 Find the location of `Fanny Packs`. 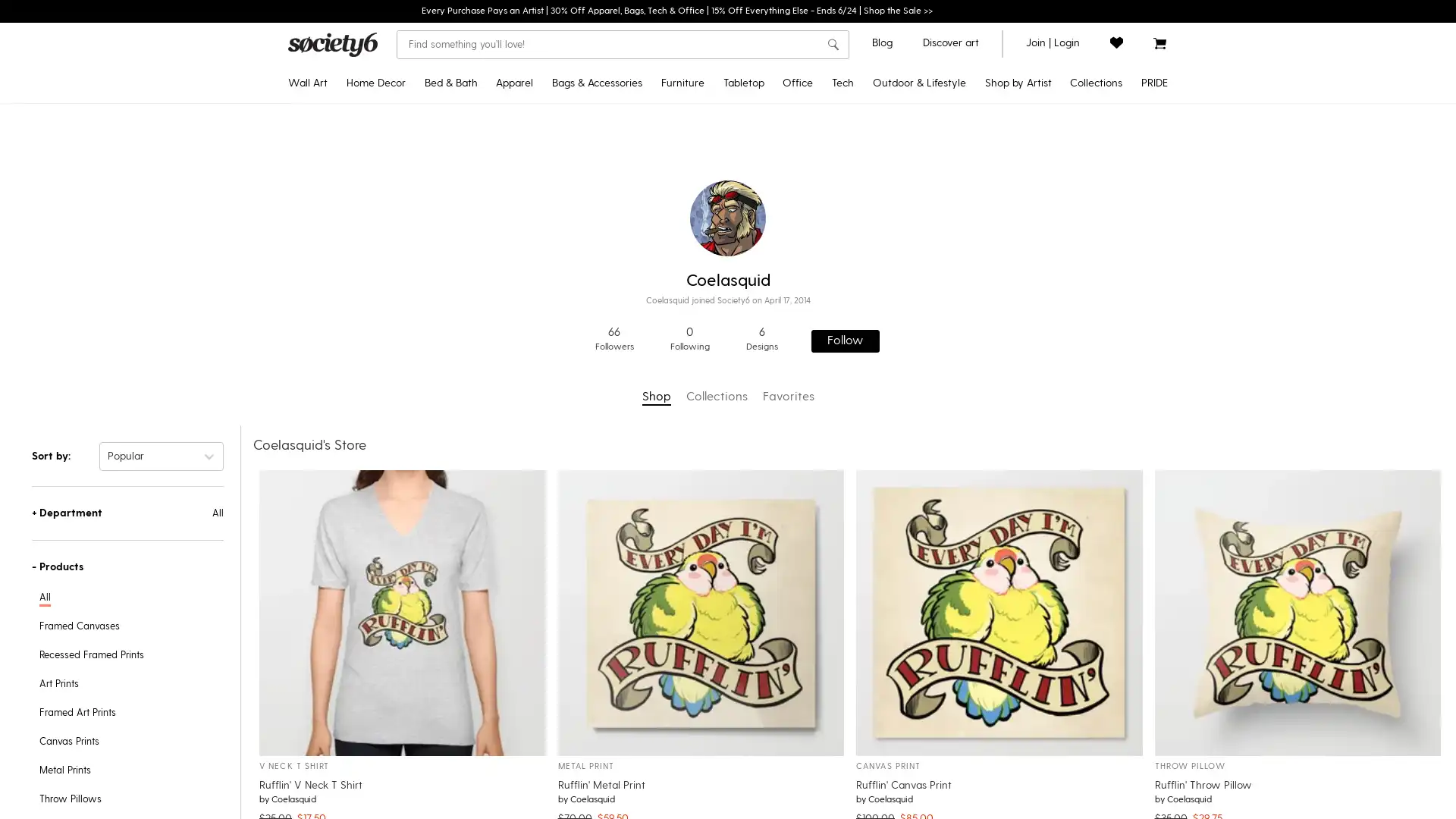

Fanny Packs is located at coordinates (607, 243).